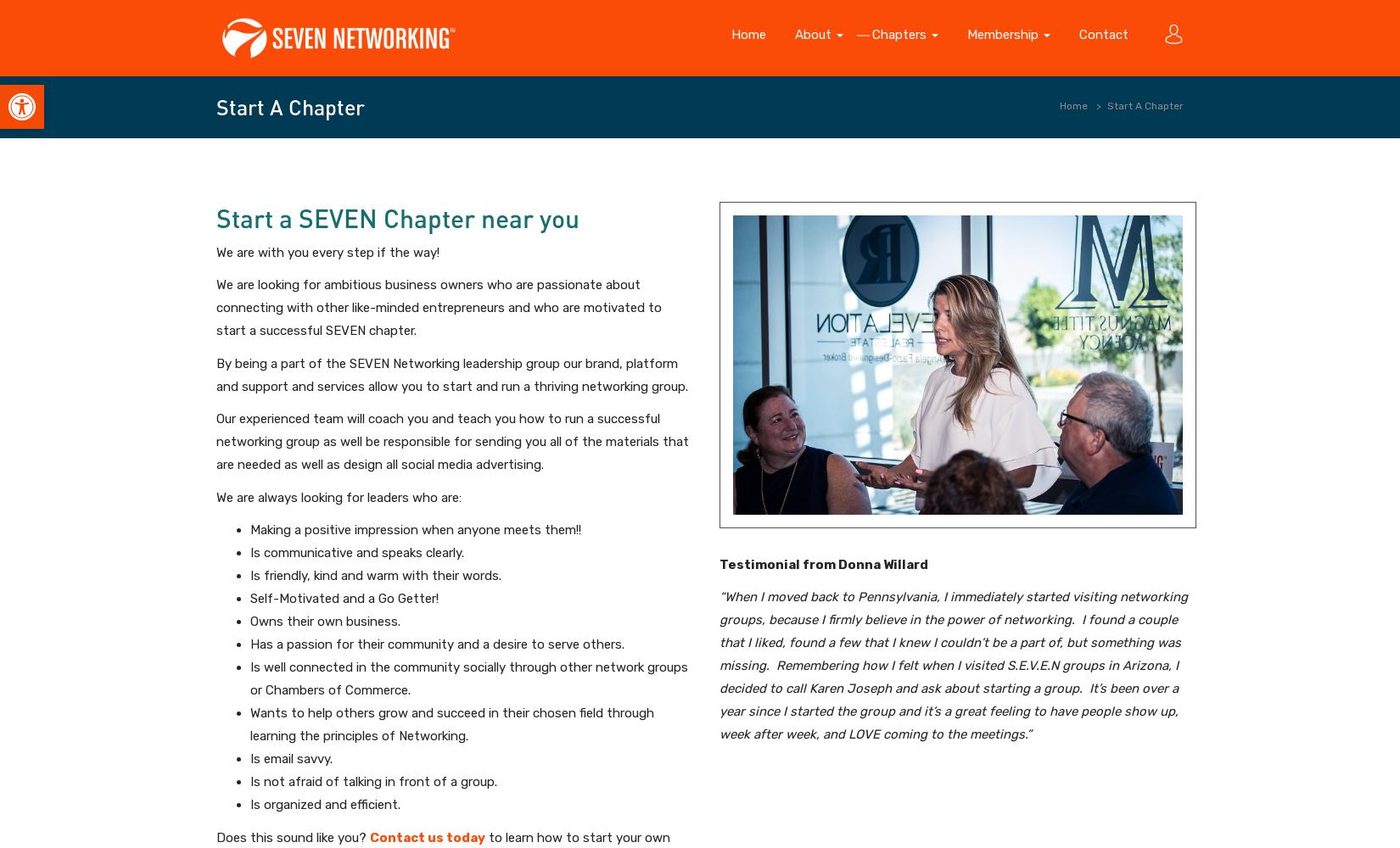 This screenshot has width=1400, height=848. I want to click on 'Contact', so click(1103, 35).